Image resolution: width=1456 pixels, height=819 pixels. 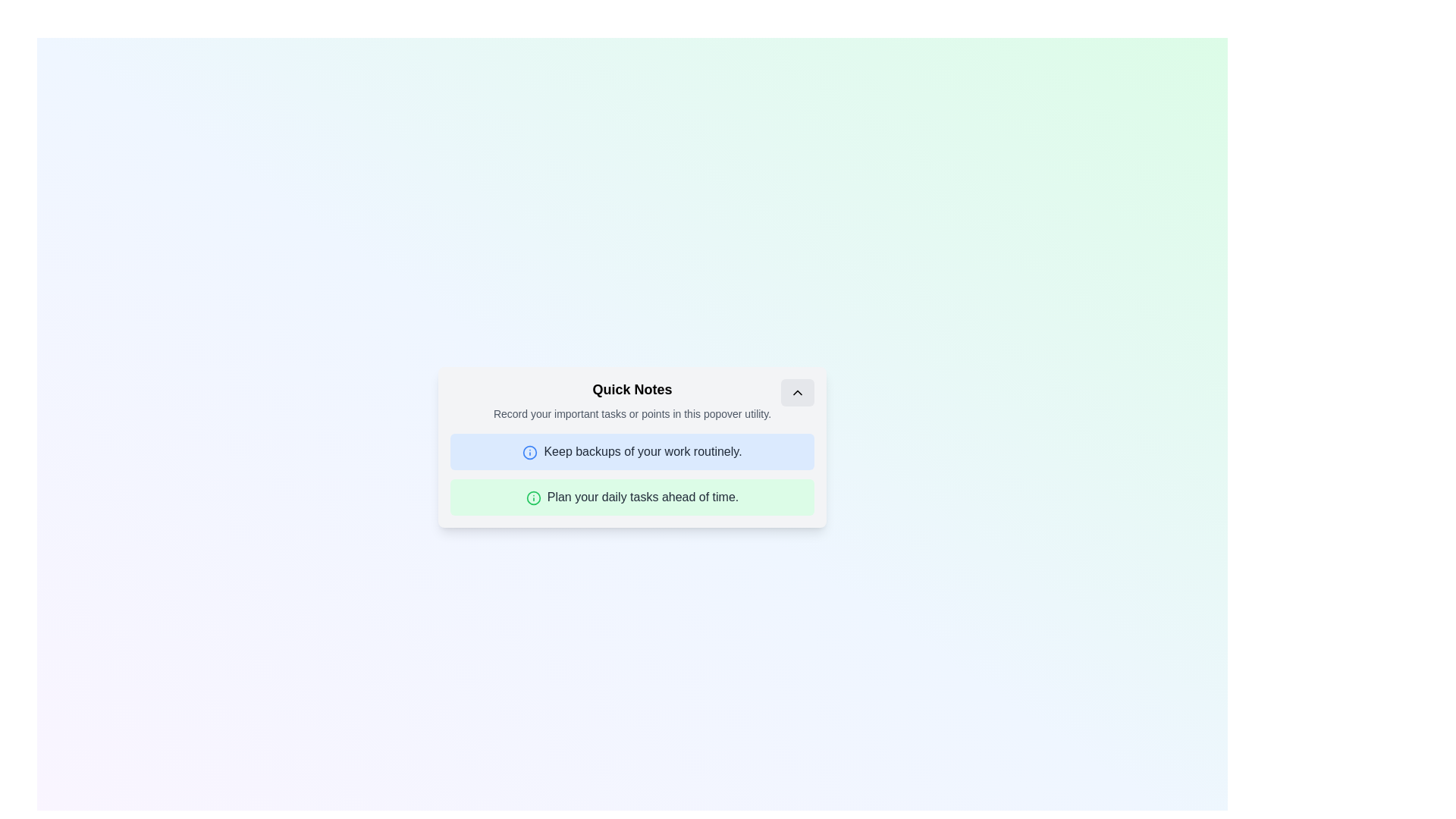 I want to click on the Text Display element located beneath the 'Quick Notes' title in the popover utility interface, so click(x=632, y=414).